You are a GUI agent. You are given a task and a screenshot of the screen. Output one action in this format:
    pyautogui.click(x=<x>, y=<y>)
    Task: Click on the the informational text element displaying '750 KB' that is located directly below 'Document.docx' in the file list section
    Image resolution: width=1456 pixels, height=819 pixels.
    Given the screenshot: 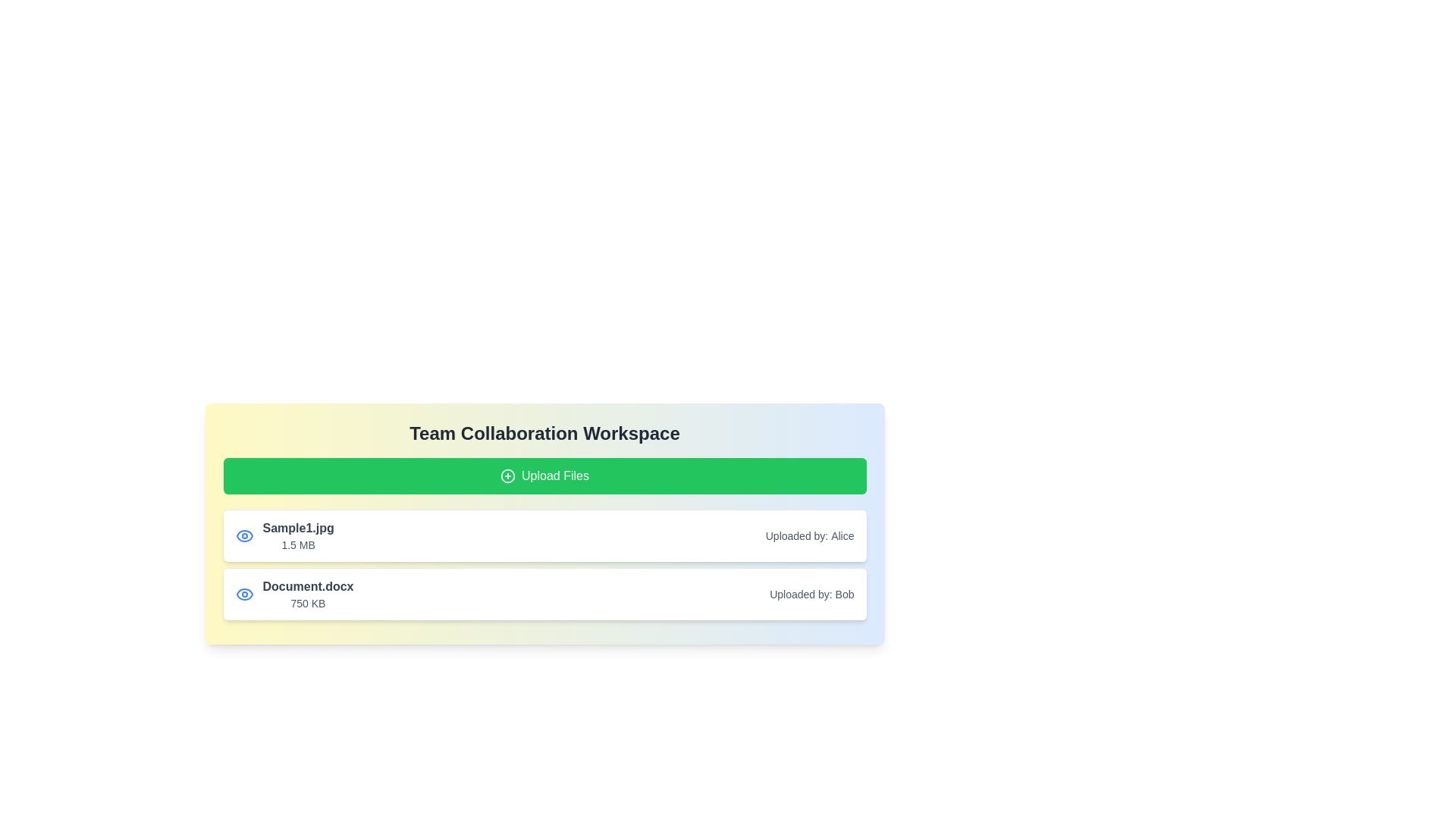 What is the action you would take?
    pyautogui.click(x=307, y=602)
    